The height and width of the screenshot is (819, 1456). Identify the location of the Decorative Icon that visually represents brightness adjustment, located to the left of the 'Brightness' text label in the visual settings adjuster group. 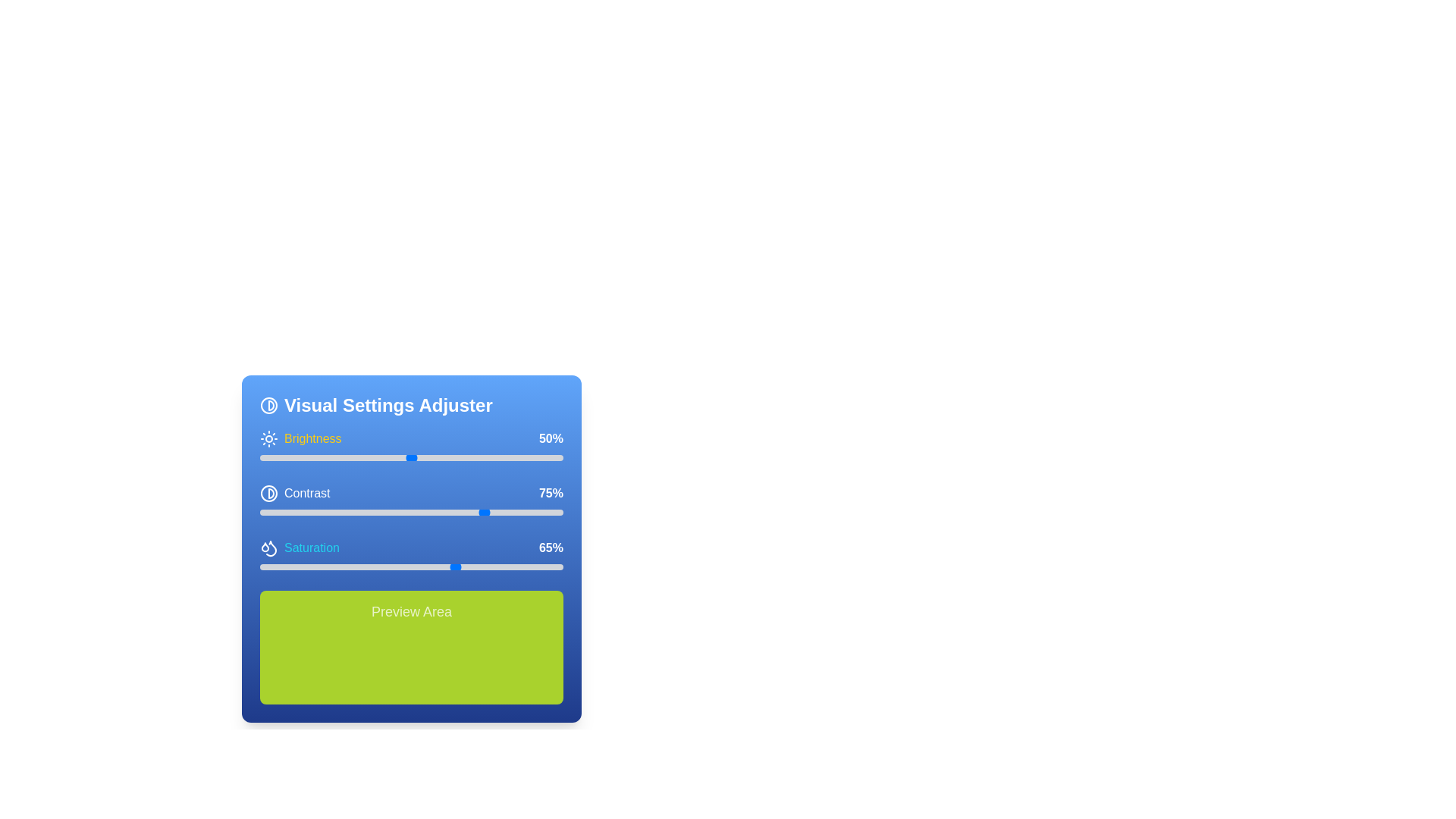
(269, 438).